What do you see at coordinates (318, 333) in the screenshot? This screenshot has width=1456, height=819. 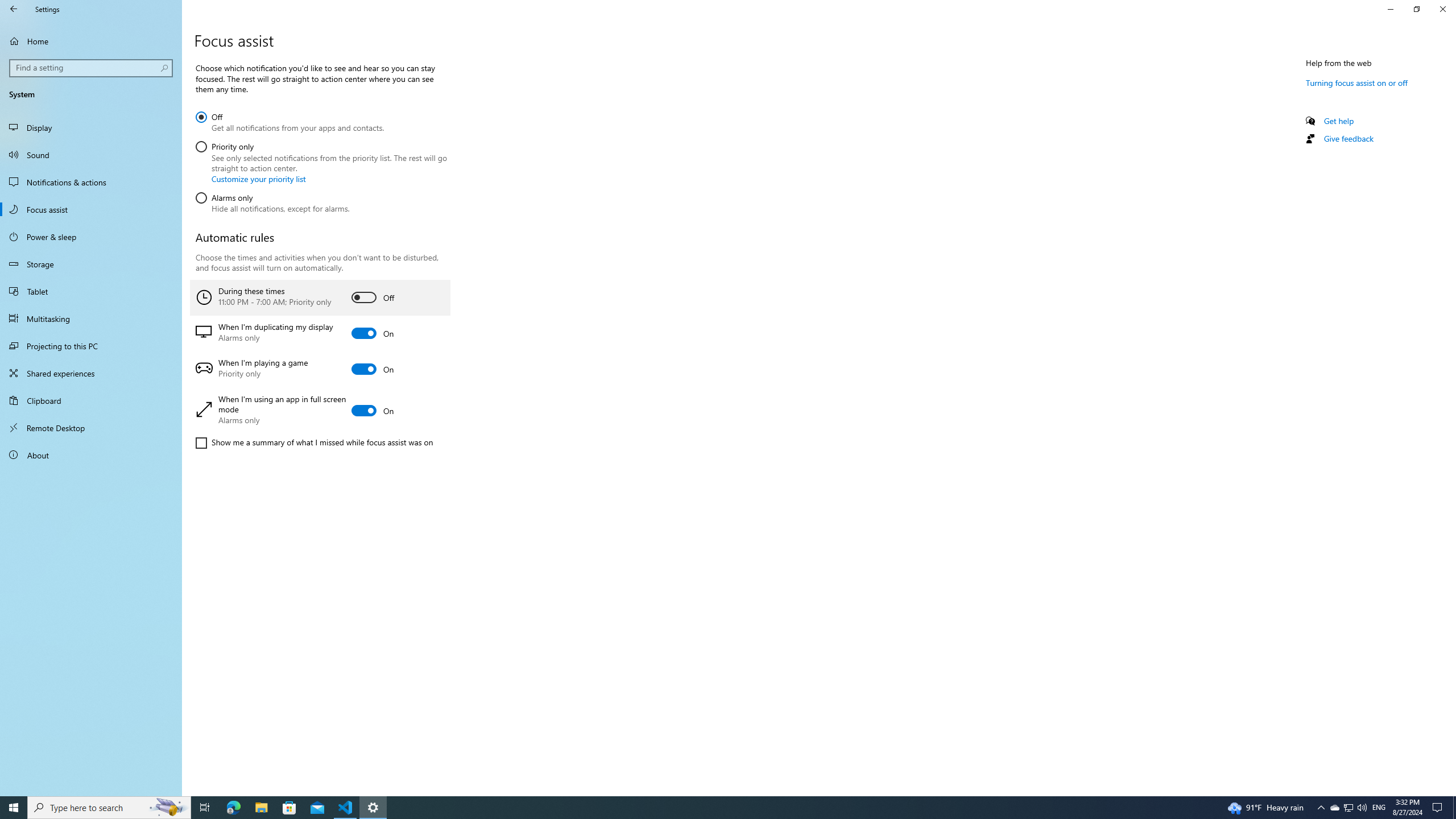 I see `'When I'` at bounding box center [318, 333].